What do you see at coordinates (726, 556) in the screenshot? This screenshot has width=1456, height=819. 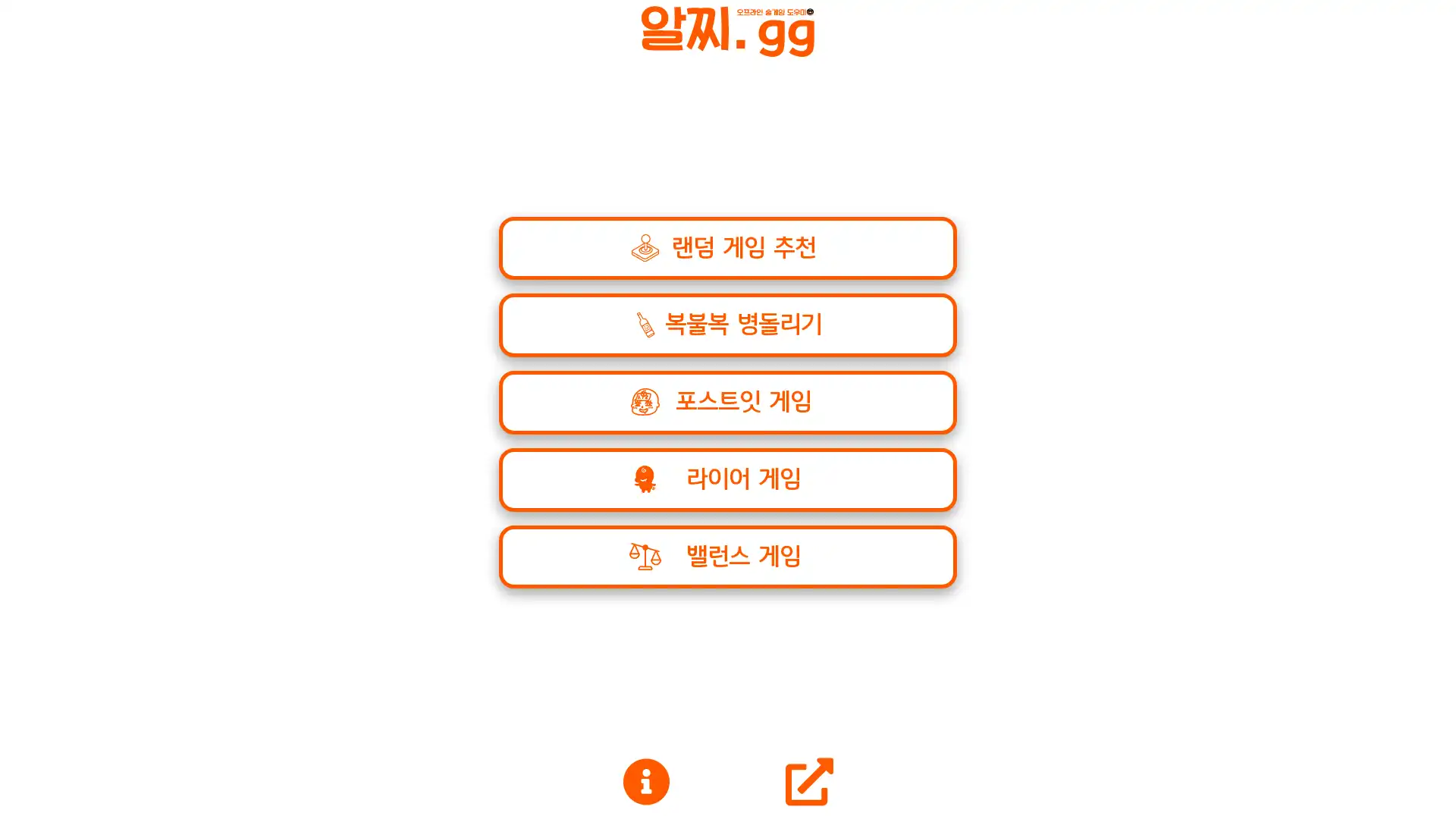 I see `bottle` at bounding box center [726, 556].